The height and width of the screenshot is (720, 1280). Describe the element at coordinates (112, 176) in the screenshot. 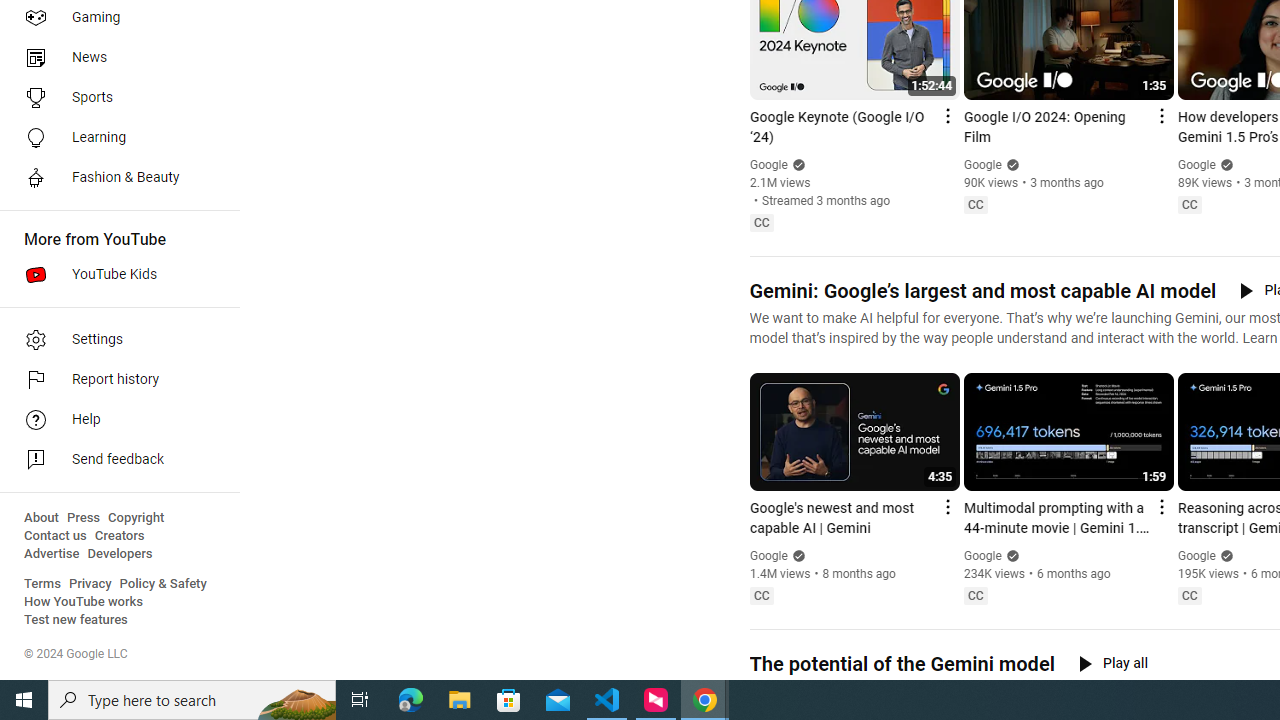

I see `'Fashion & Beauty'` at that location.